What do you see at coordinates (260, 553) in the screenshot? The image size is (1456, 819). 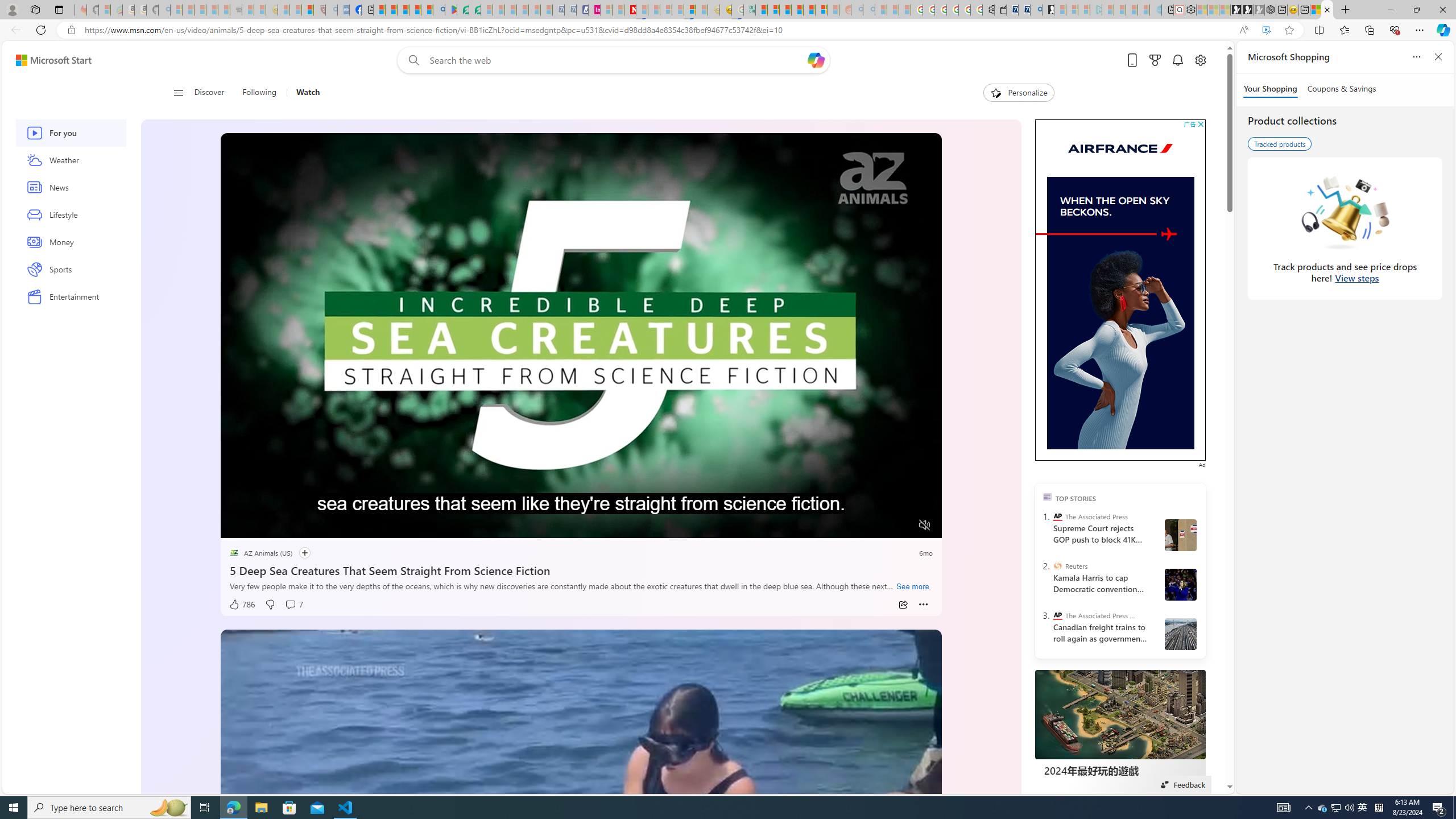 I see `'placeholder AZ Animals (US)'` at bounding box center [260, 553].